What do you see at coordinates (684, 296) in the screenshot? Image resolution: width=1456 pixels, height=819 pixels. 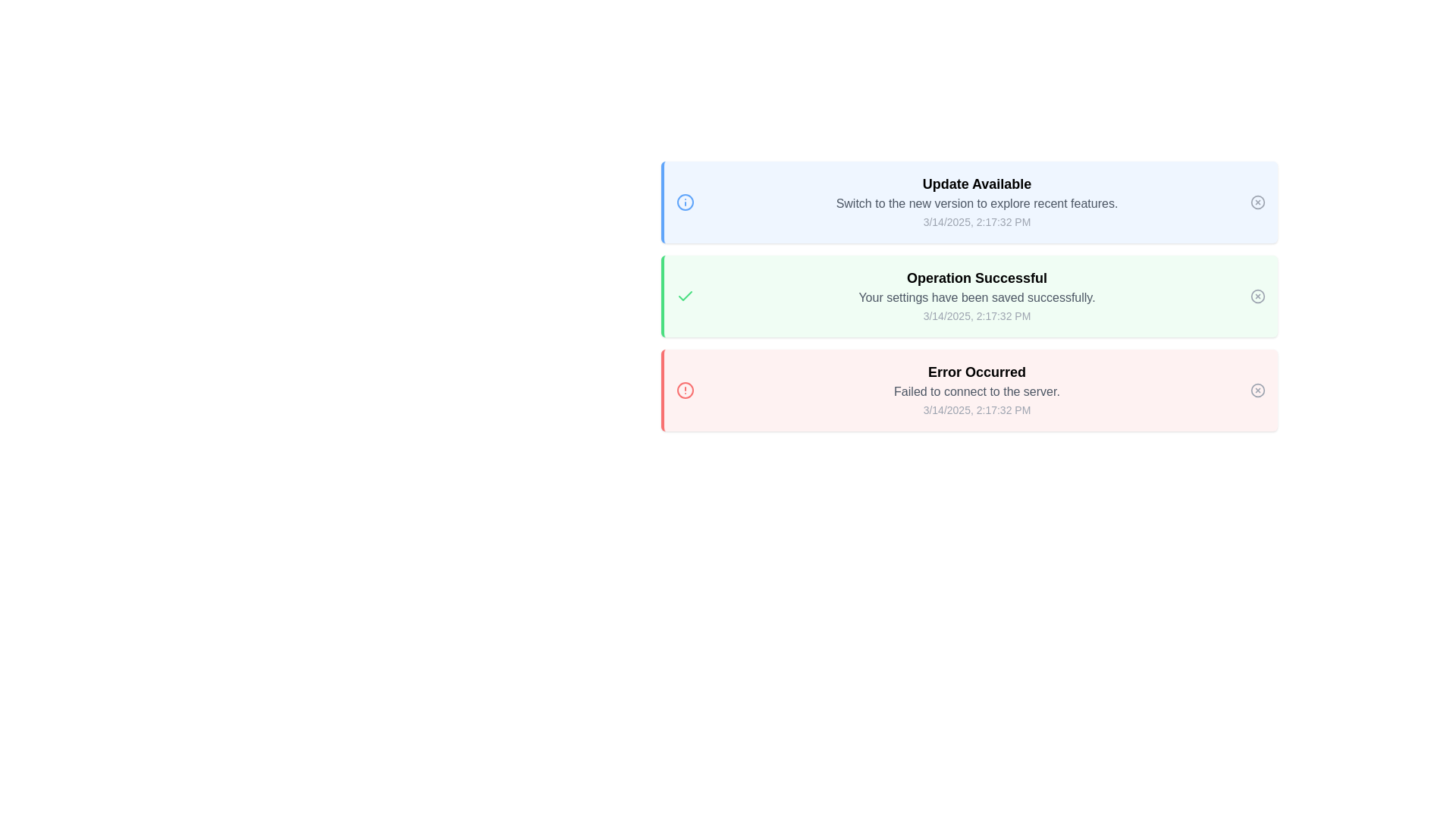 I see `the green checkmark icon in the 'Operation Successful' notification box that indicates a successful operation` at bounding box center [684, 296].